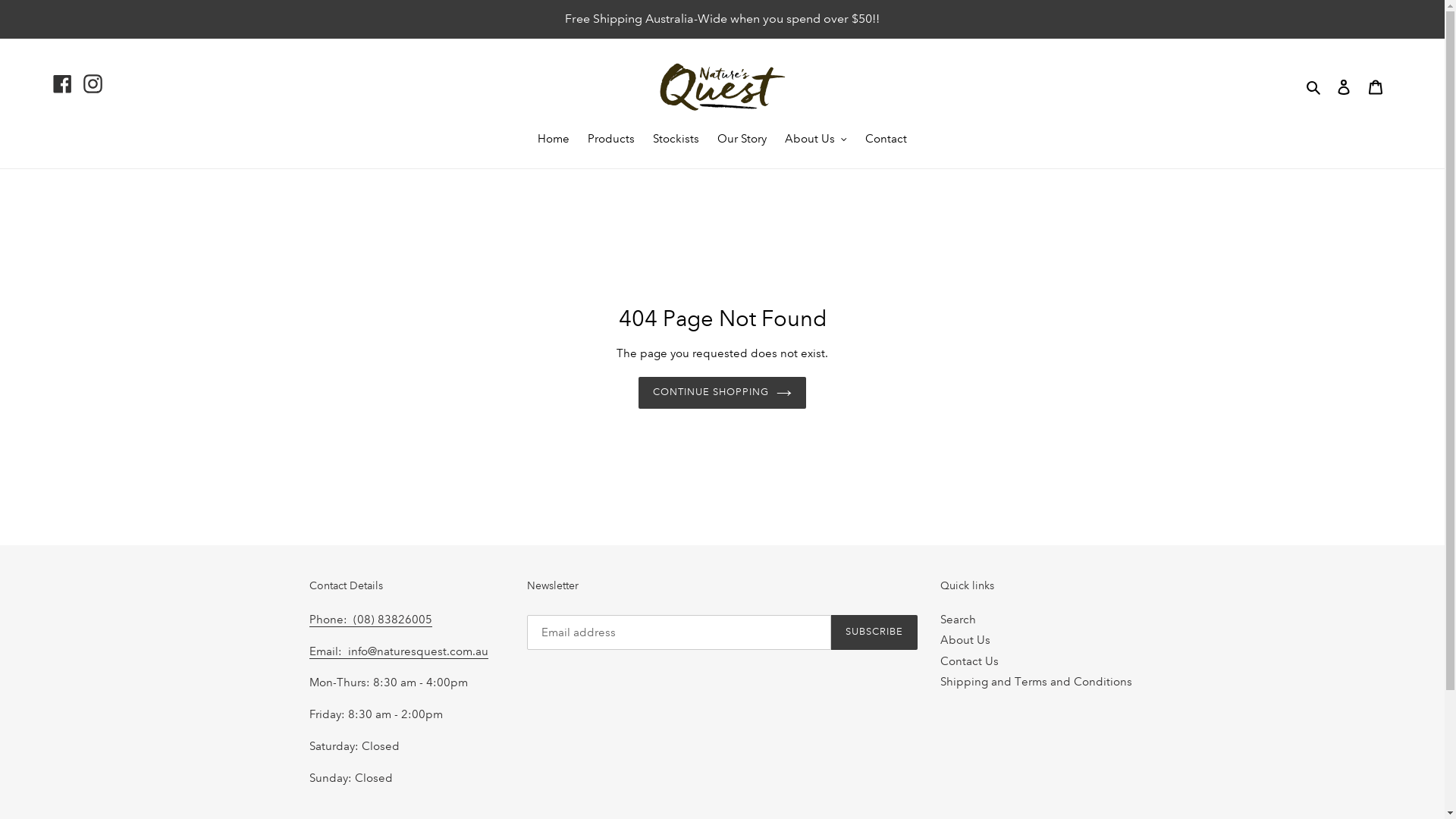 Image resolution: width=1456 pixels, height=819 pixels. I want to click on 'Phone:  (08) 83826005', so click(371, 620).